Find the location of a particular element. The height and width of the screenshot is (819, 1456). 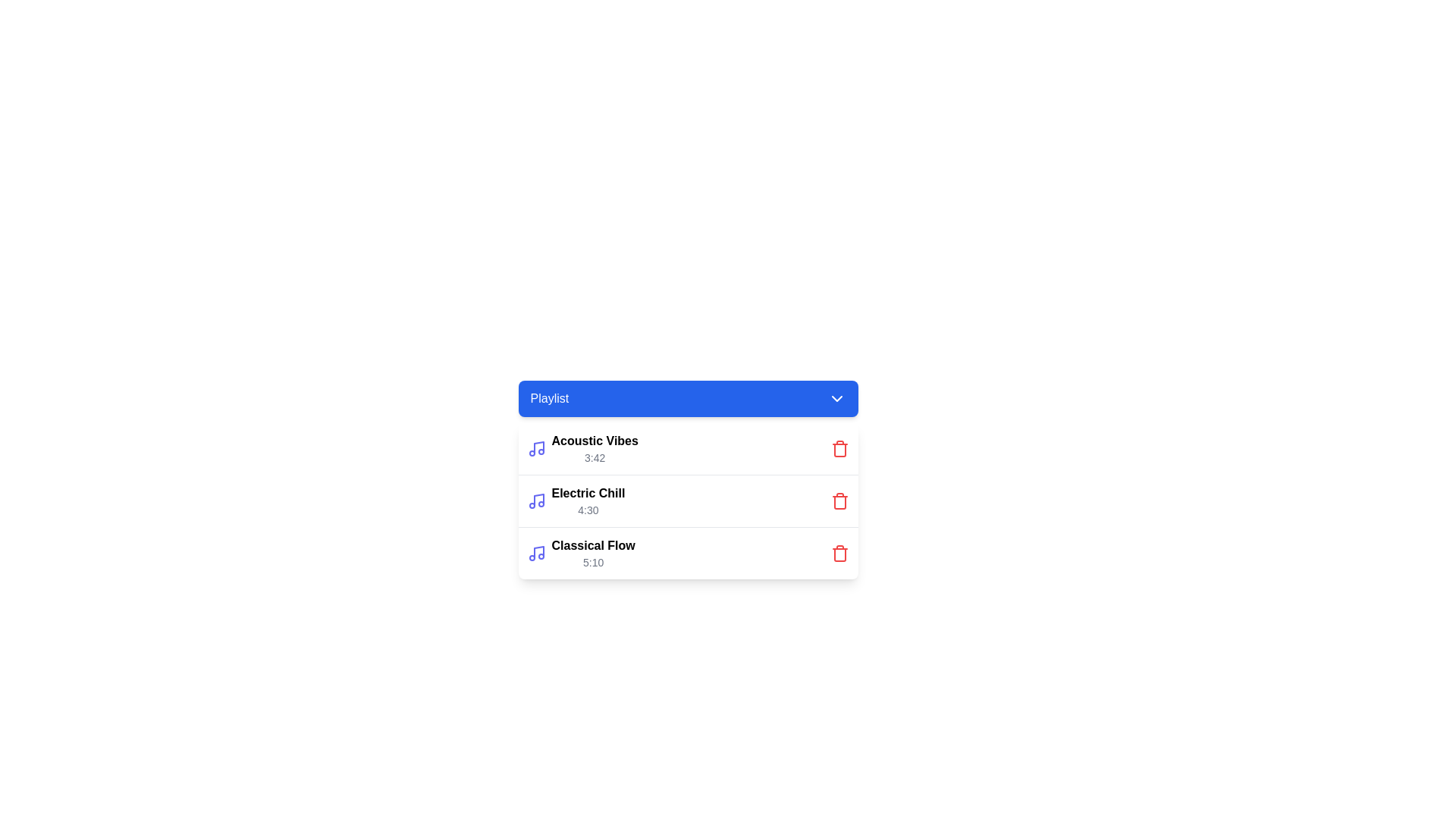

the second item in the playlist that displays the name and duration of a music track, which is located below 'Acoustic Vibes 3:42' and above 'Classical Flow 5:10' is located at coordinates (587, 500).